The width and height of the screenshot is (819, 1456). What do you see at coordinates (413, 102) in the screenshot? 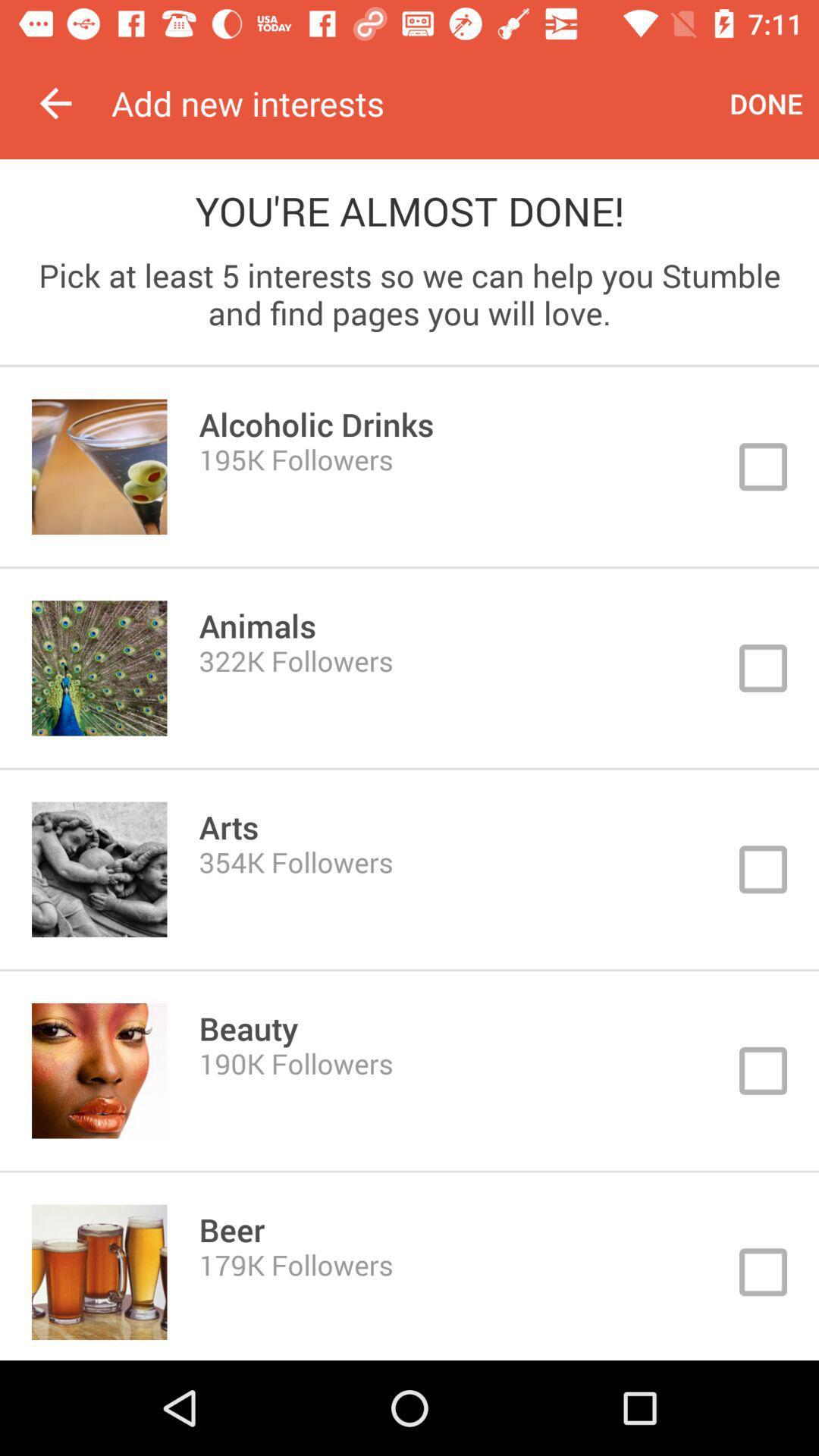
I see `the icon to the left of done icon` at bounding box center [413, 102].